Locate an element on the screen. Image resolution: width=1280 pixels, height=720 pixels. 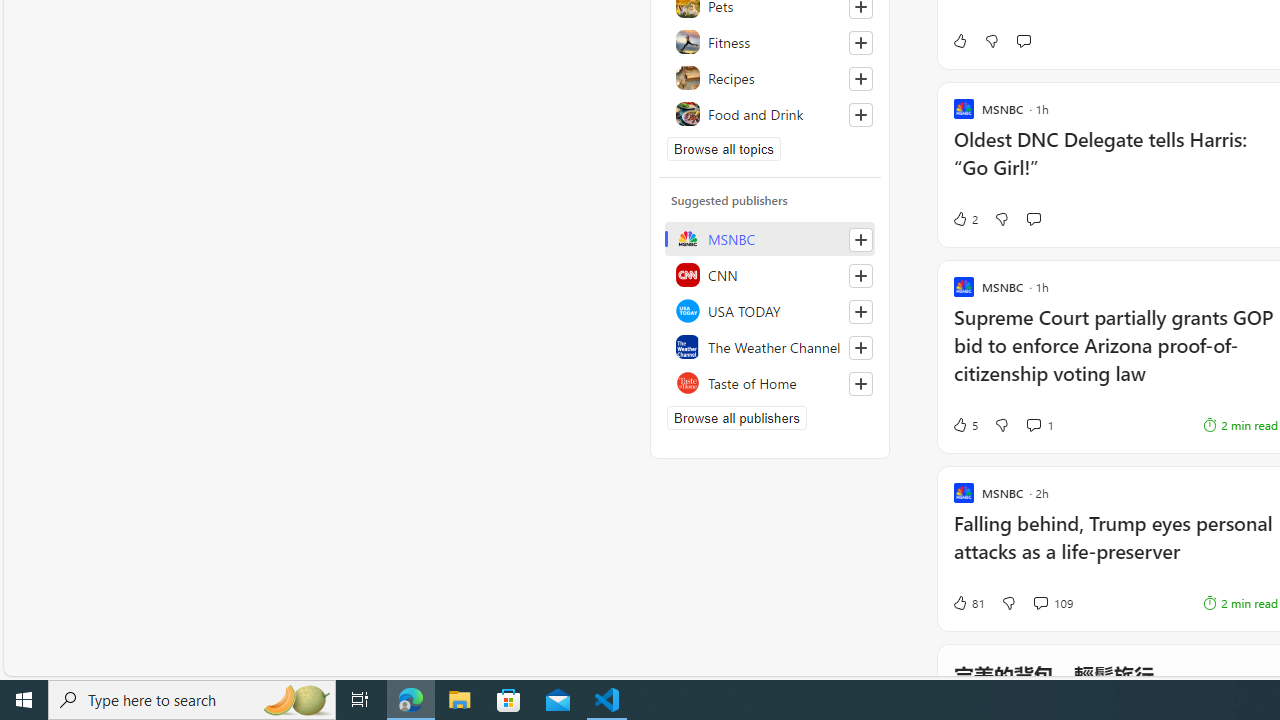
'Browse all publishers' is located at coordinates (735, 416).